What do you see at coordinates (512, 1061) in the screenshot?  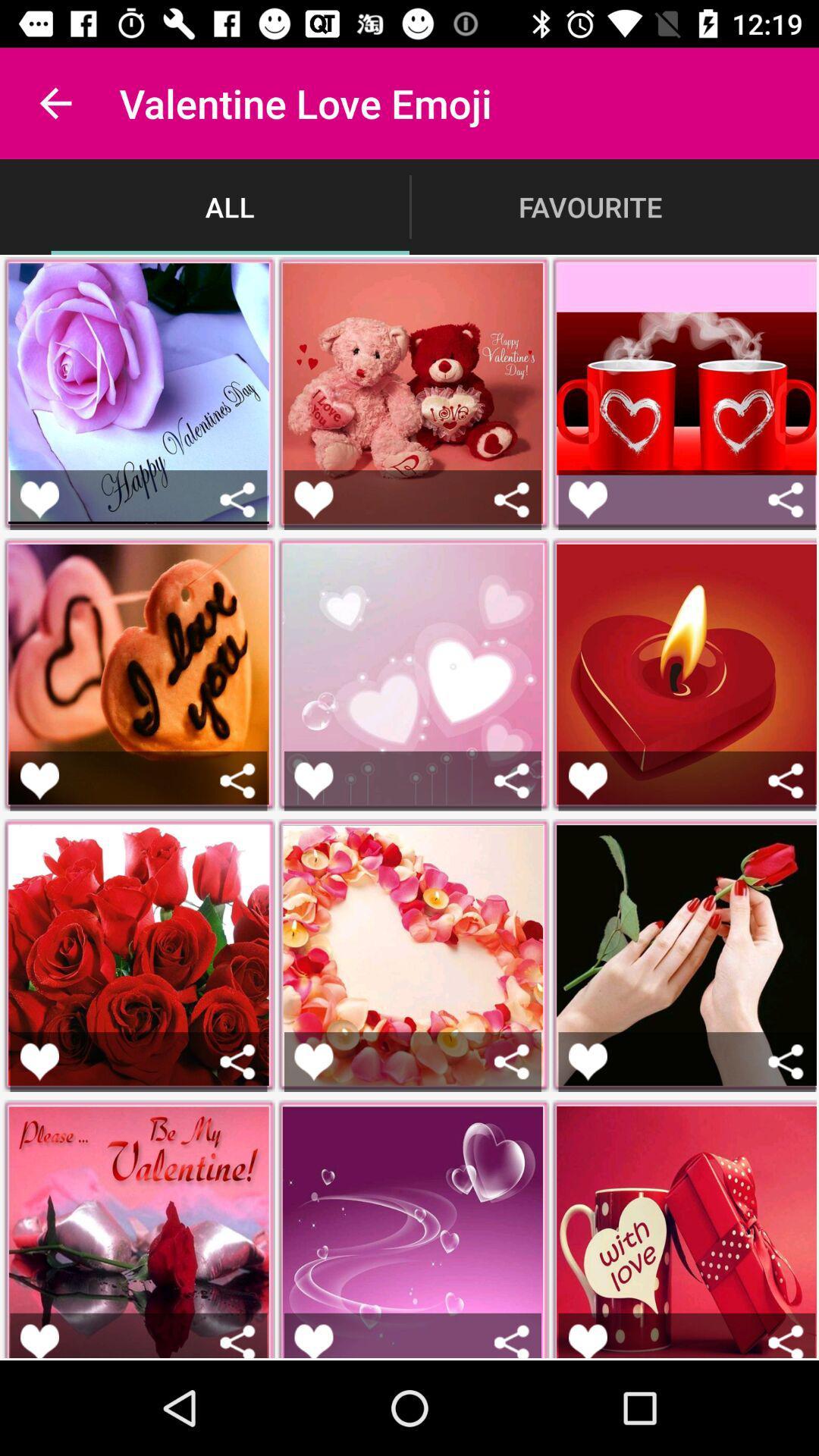 I see `share` at bounding box center [512, 1061].